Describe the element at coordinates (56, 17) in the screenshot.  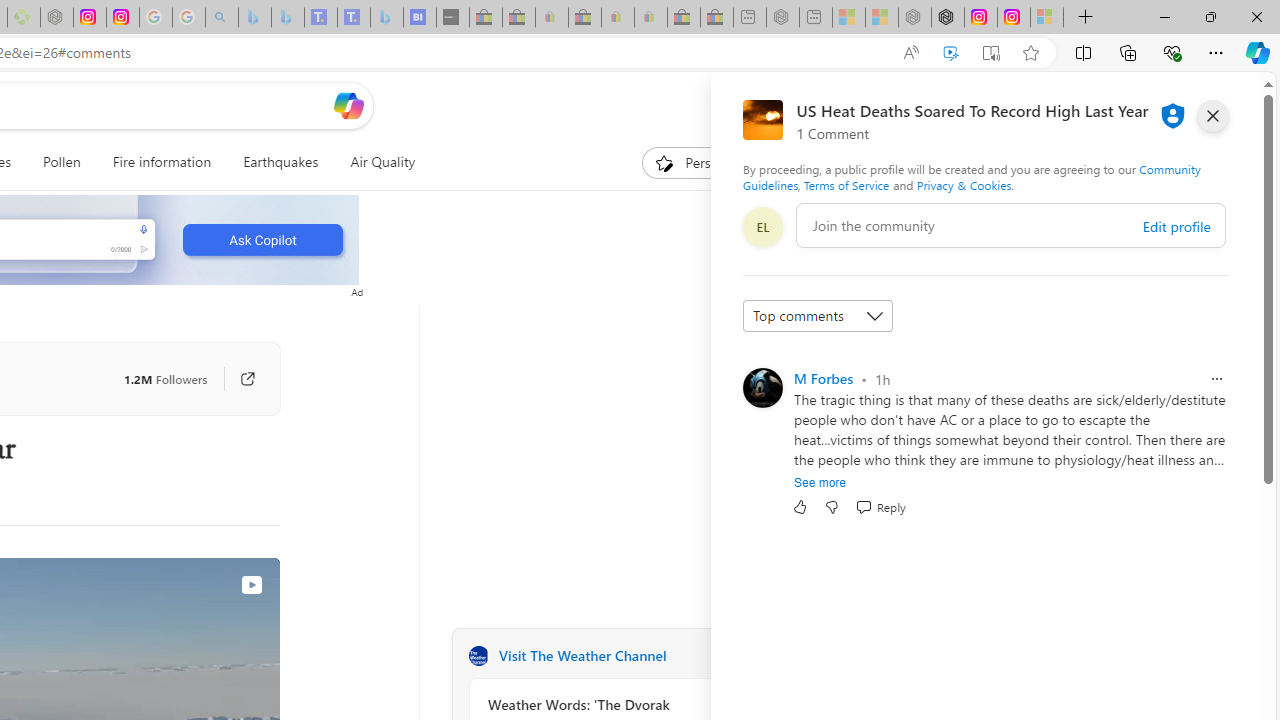
I see `'Nordace - Nordace Edin Collection - Sleeping'` at that location.